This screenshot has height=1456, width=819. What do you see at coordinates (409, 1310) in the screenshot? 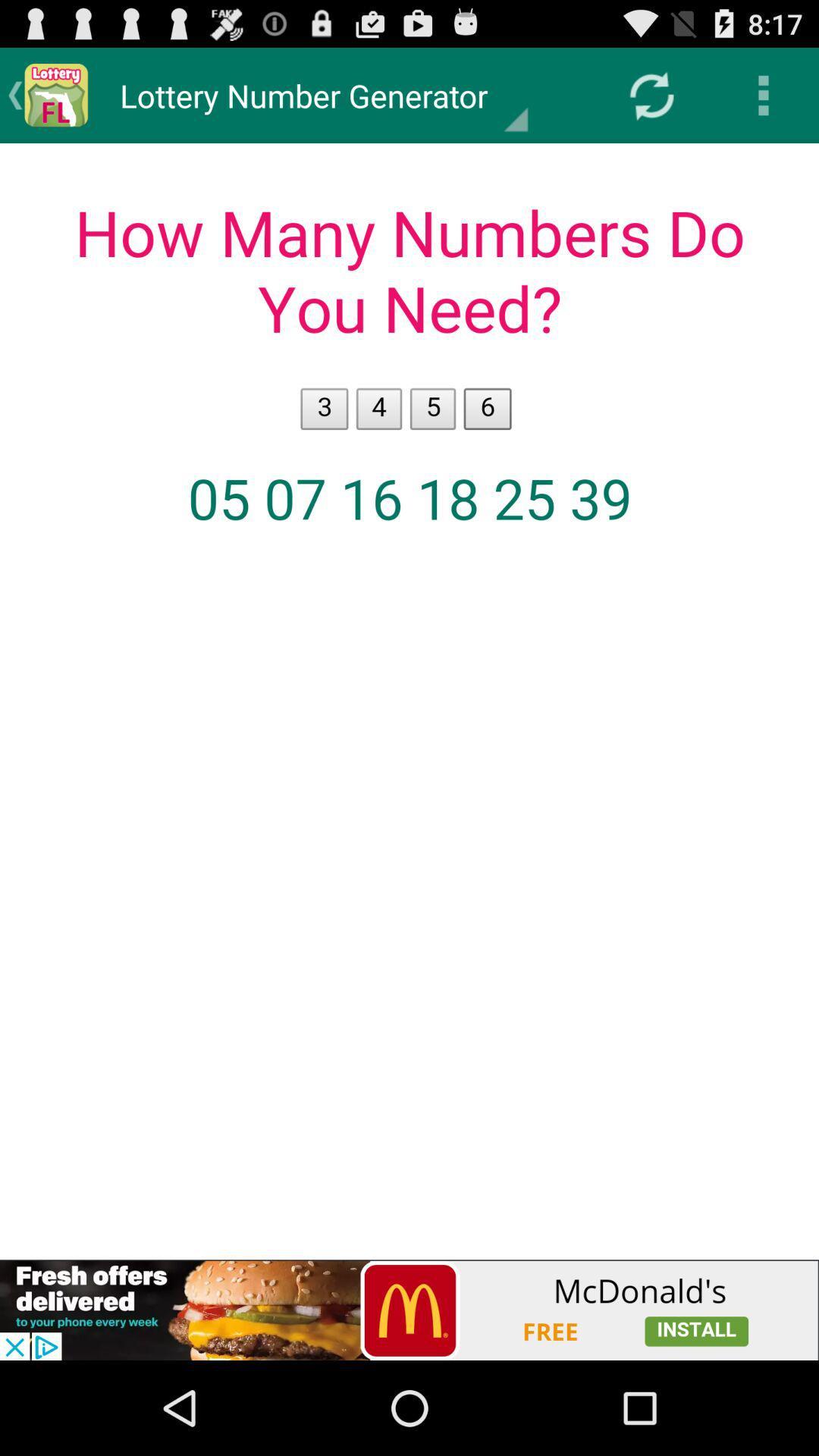
I see `advertisement page` at bounding box center [409, 1310].